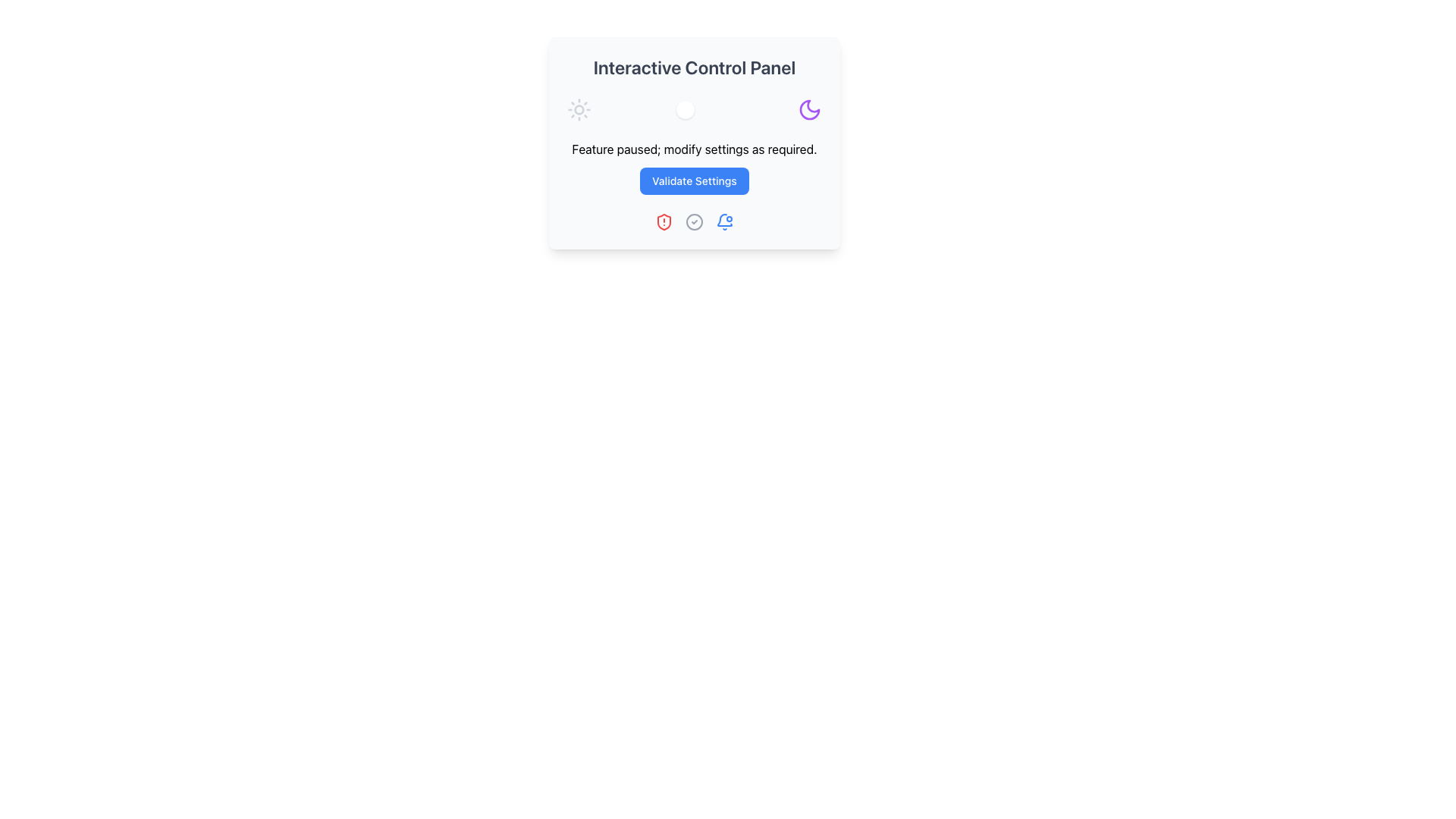 This screenshot has width=1456, height=819. I want to click on the 'circle-check' icon located in the 'Interactive Control Panel' section, which is the second icon from the left, if its functionality is enabled, so click(694, 222).